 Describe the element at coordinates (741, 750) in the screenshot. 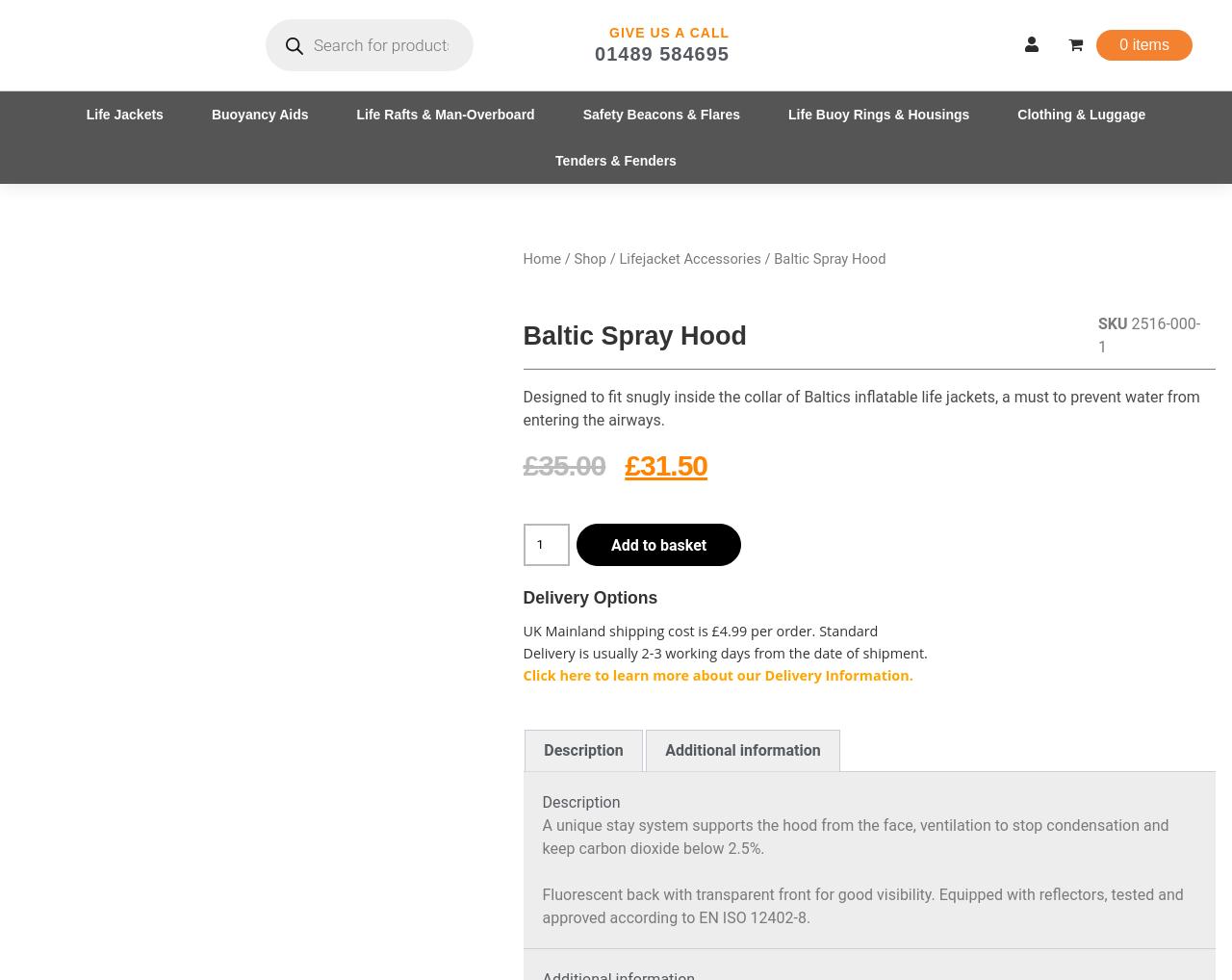

I see `'Additional information'` at that location.